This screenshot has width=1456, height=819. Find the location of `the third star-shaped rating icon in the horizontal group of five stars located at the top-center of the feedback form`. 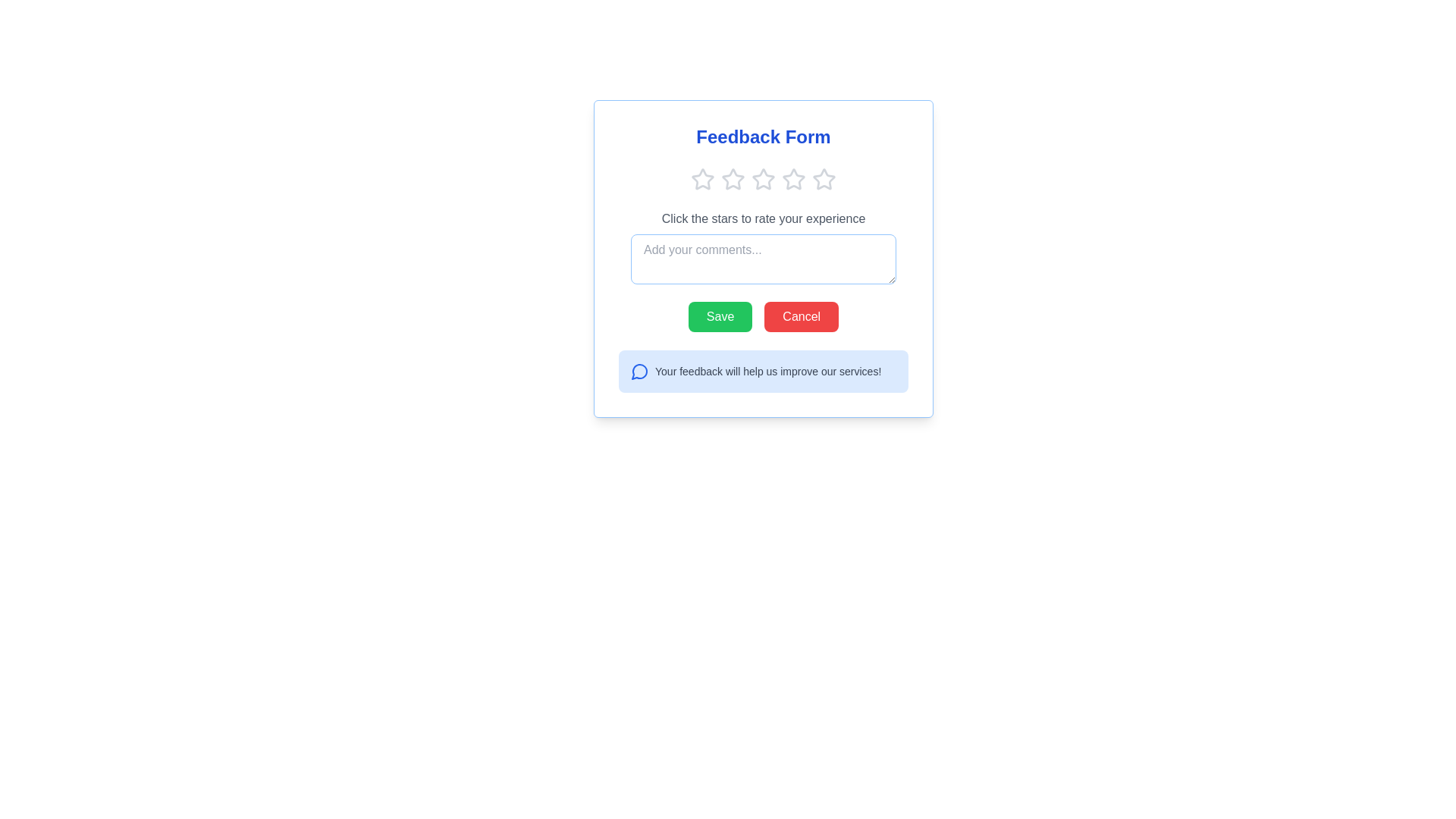

the third star-shaped rating icon in the horizontal group of five stars located at the top-center of the feedback form is located at coordinates (792, 178).